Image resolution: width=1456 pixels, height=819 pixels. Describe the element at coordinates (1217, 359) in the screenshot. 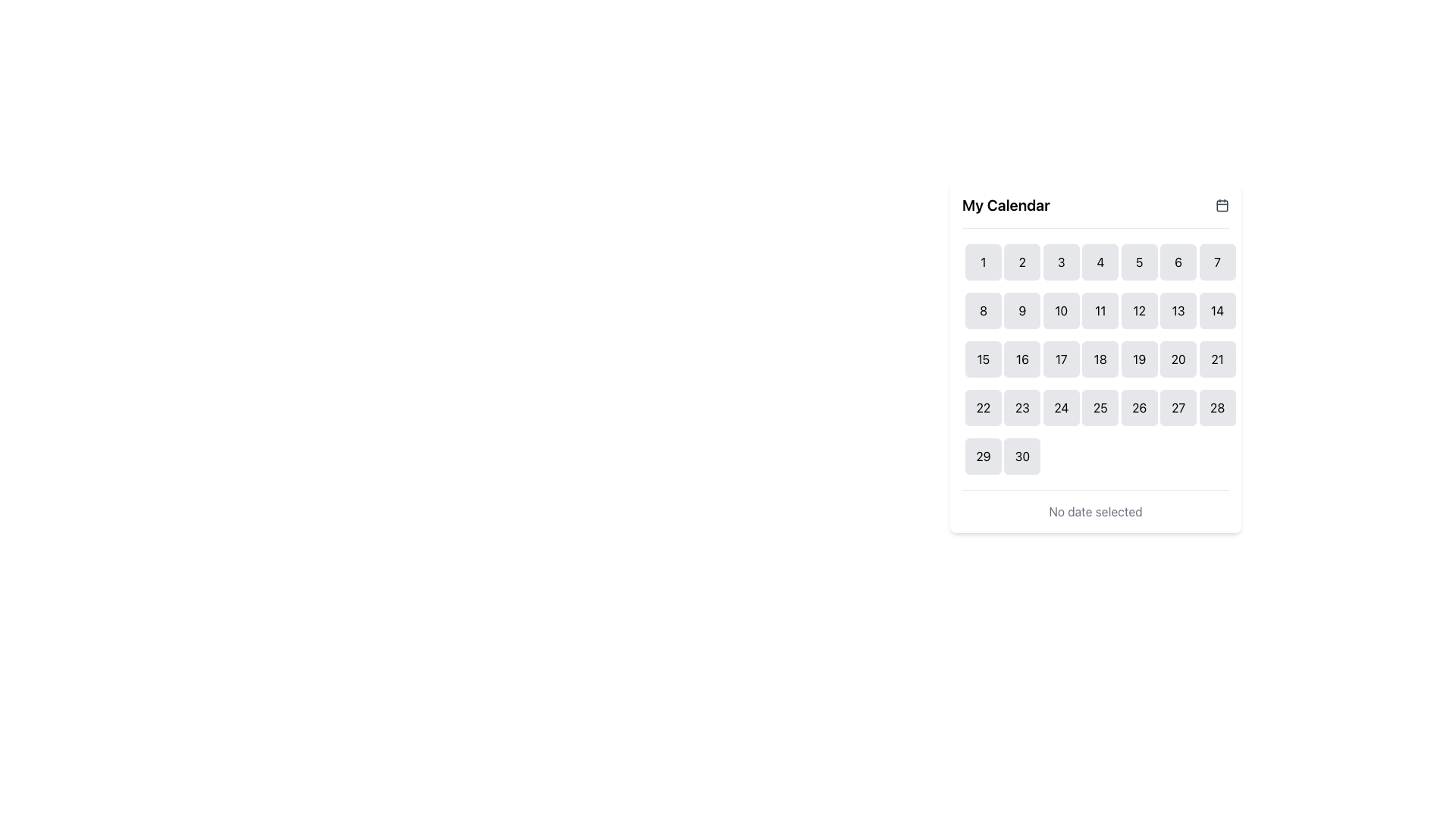

I see `the button representing the 21st day` at that location.